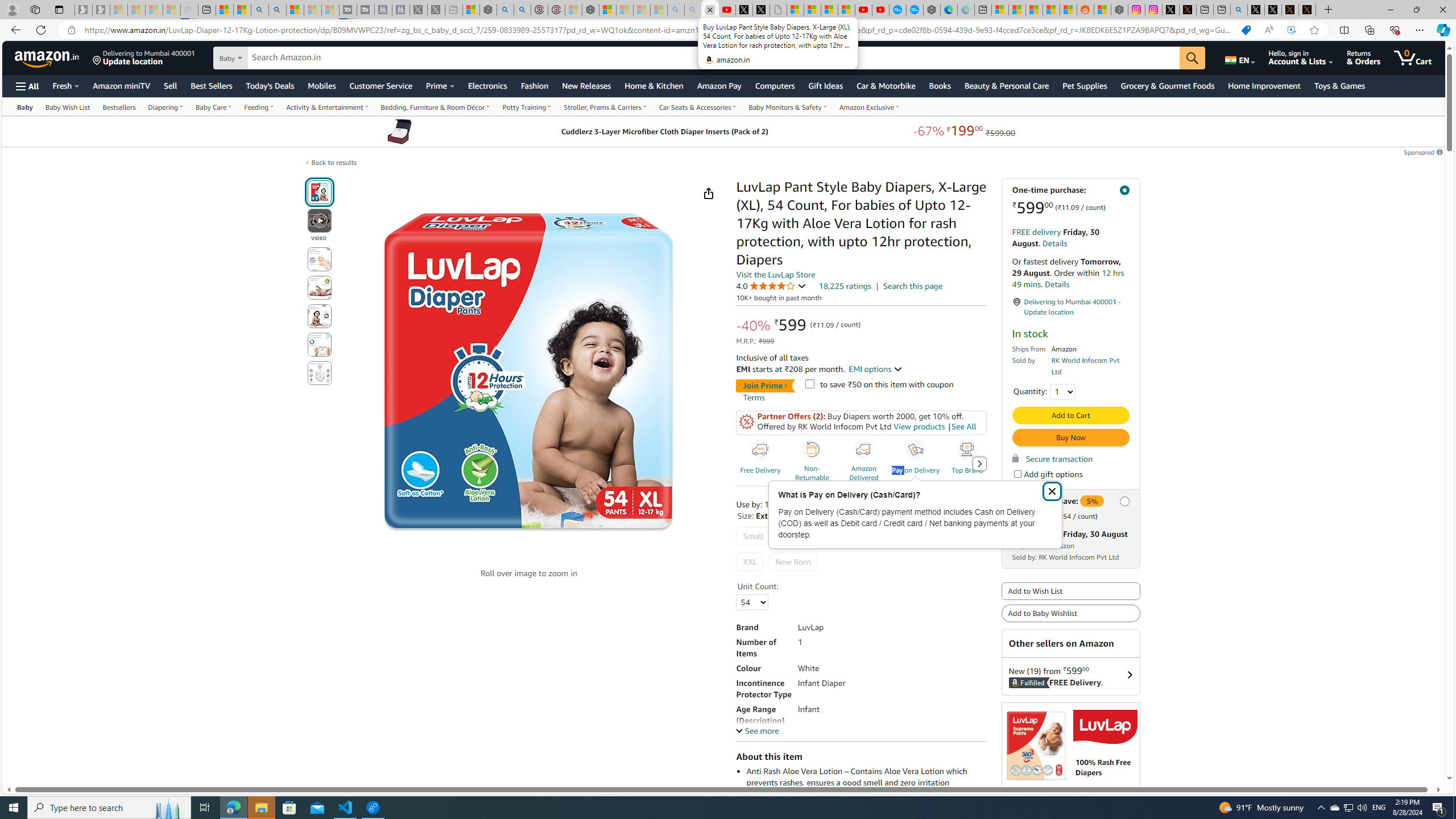 Image resolution: width=1456 pixels, height=819 pixels. What do you see at coordinates (880, 9) in the screenshot?
I see `'YouTube Kids - An App Created for Kids to Explore Content'` at bounding box center [880, 9].